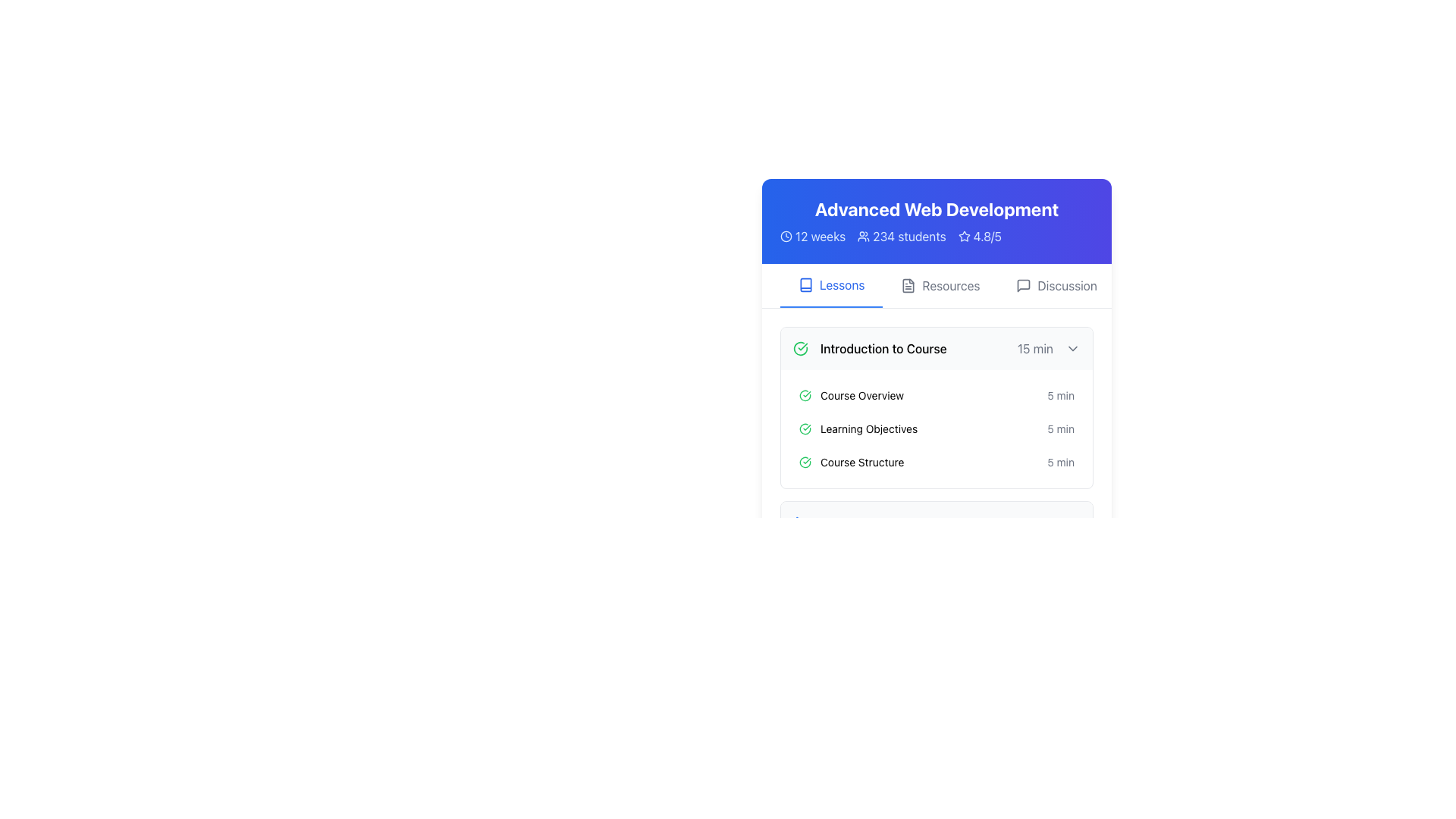 The height and width of the screenshot is (819, 1456). What do you see at coordinates (852, 394) in the screenshot?
I see `text of the 'Course Overview' label, which is styled with a sans-serif font and indicates completion with a green circular checkmark icon to its left` at bounding box center [852, 394].